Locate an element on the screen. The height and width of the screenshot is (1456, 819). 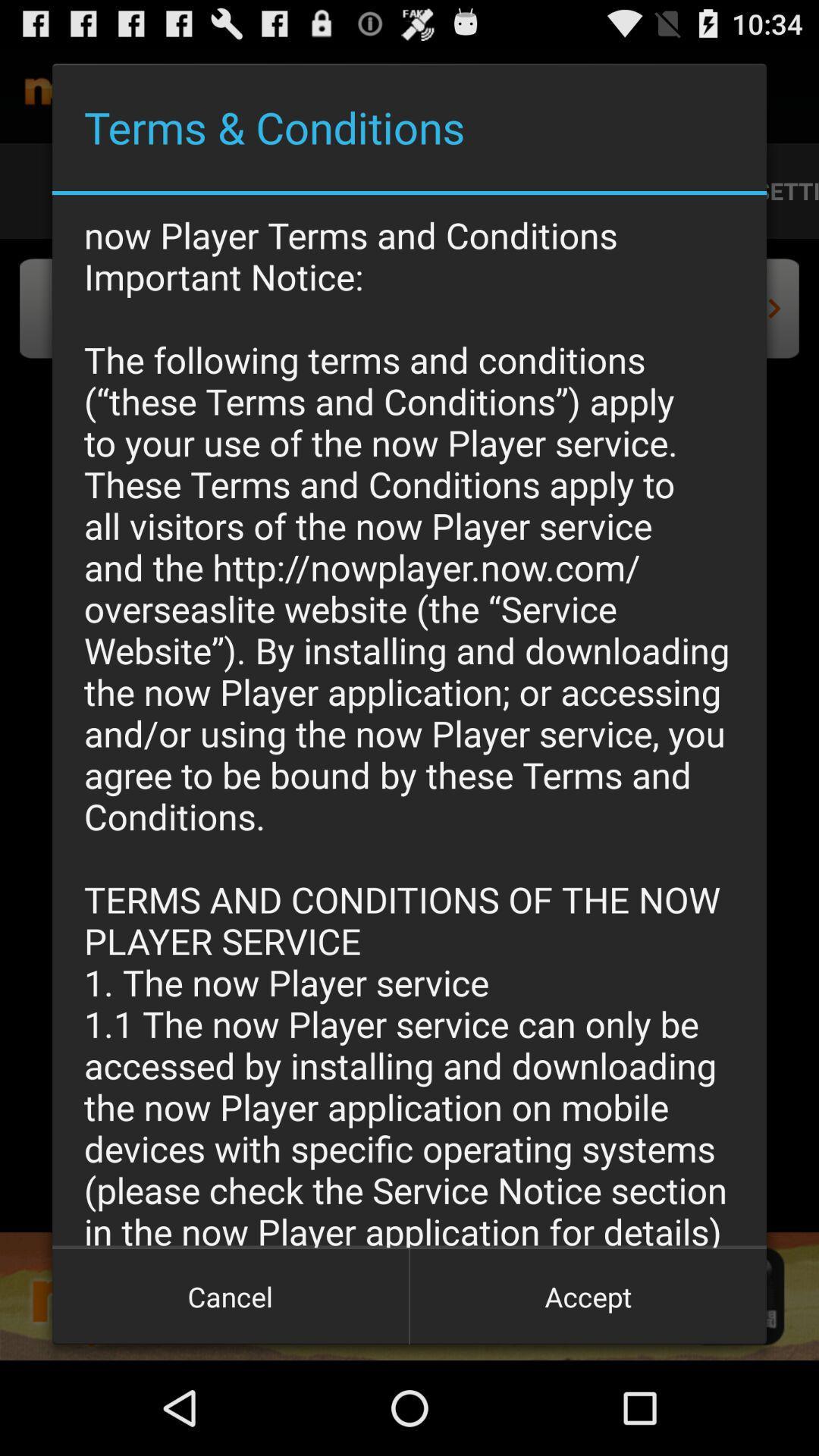
the item below the now player terms app is located at coordinates (587, 1295).